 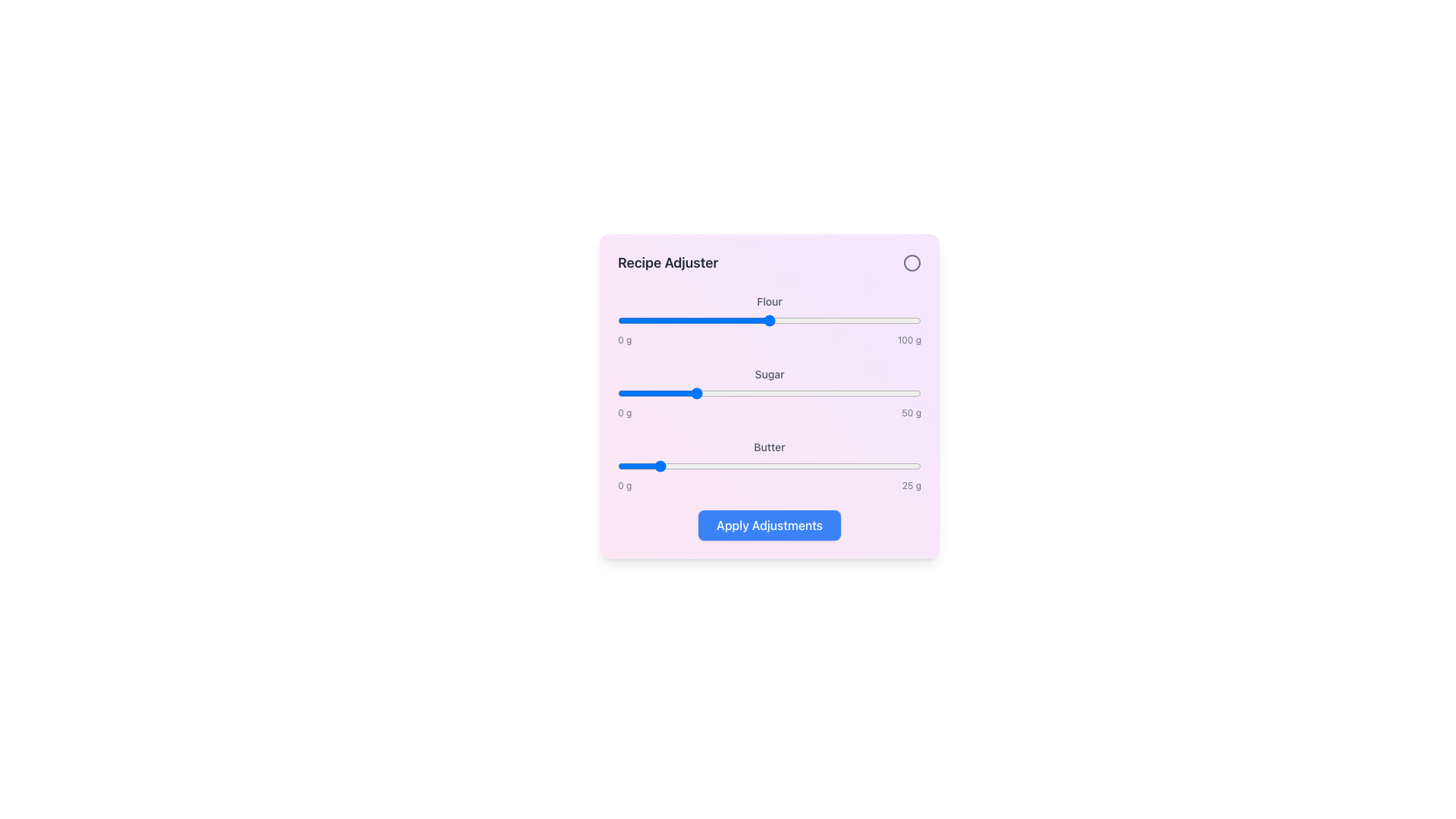 I want to click on the flour amount, so click(x=708, y=320).